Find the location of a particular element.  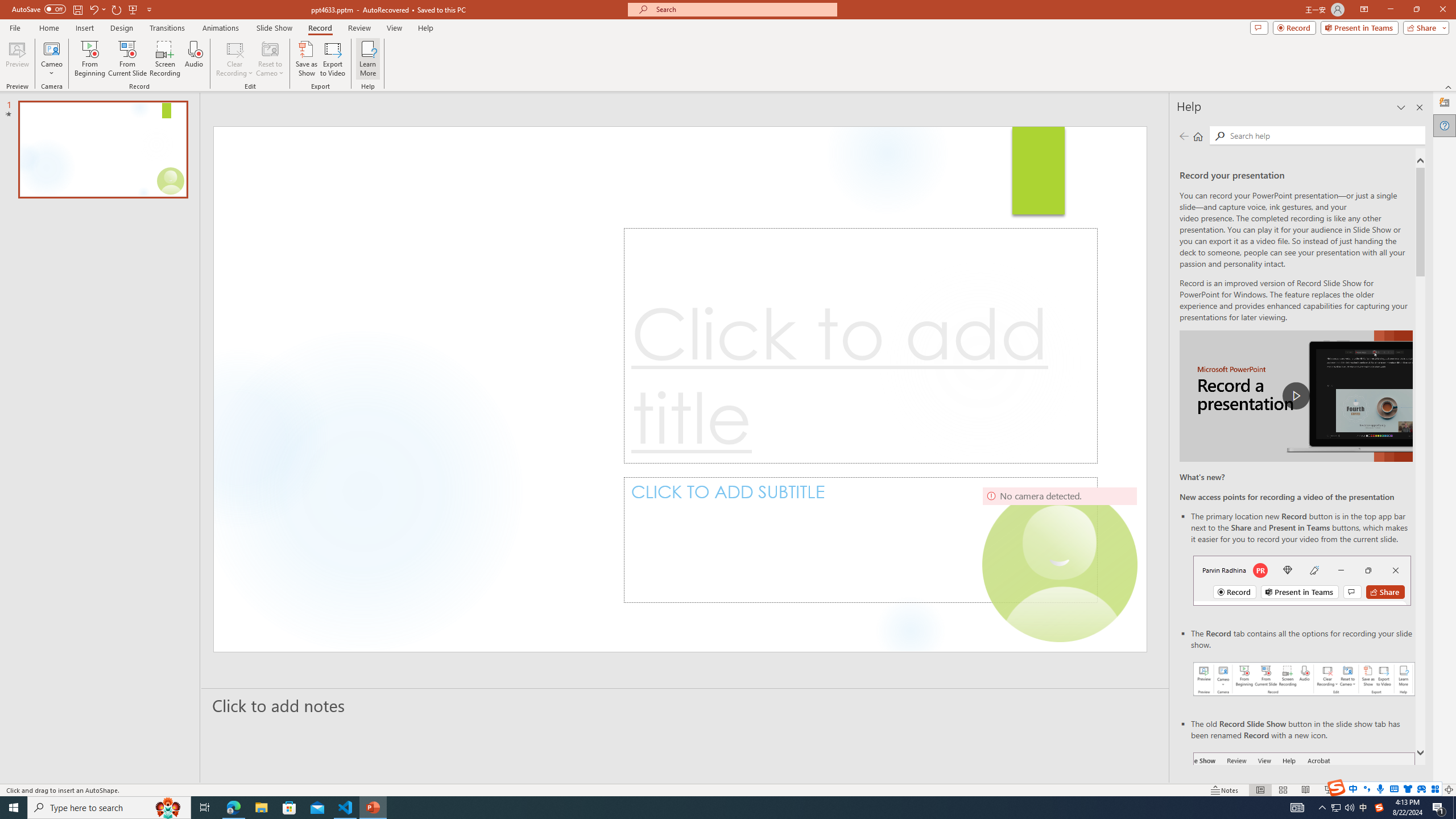

'Cameo' is located at coordinates (51, 48).